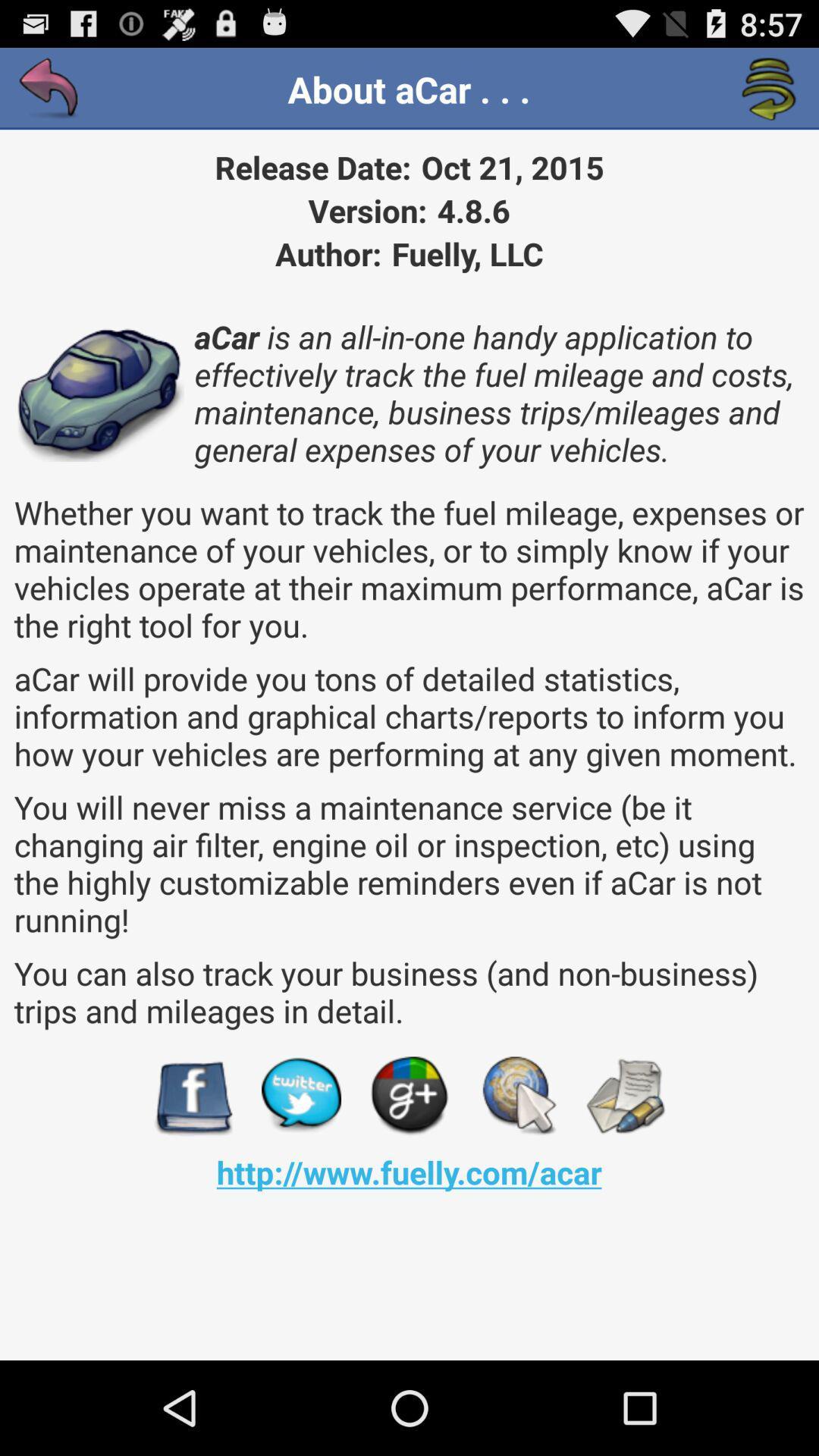 This screenshot has width=819, height=1456. What do you see at coordinates (301, 1096) in the screenshot?
I see `share to twitter` at bounding box center [301, 1096].